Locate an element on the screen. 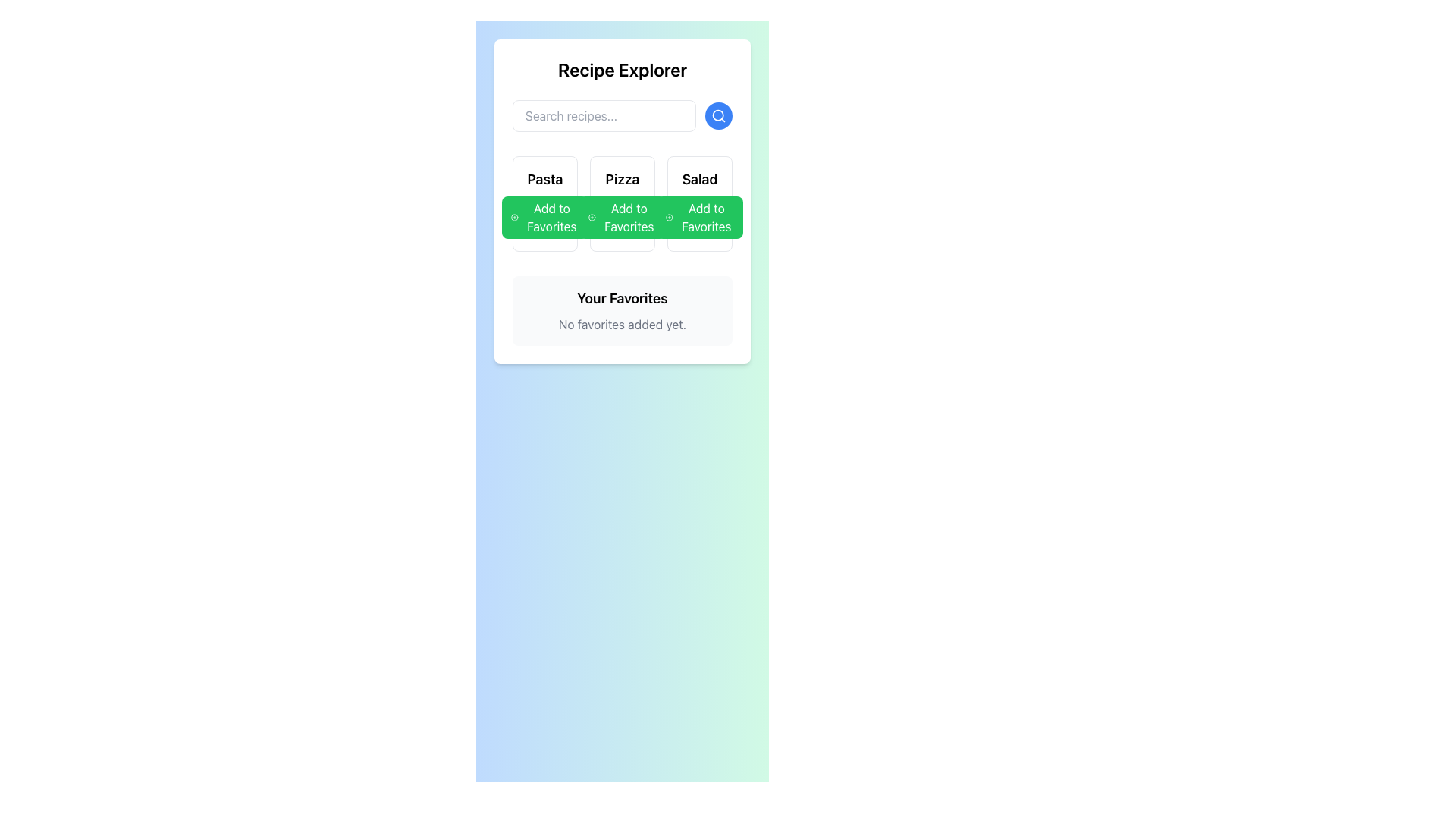 Image resolution: width=1456 pixels, height=819 pixels. the icon representing the action button to add items to a favorites list is located at coordinates (515, 217).